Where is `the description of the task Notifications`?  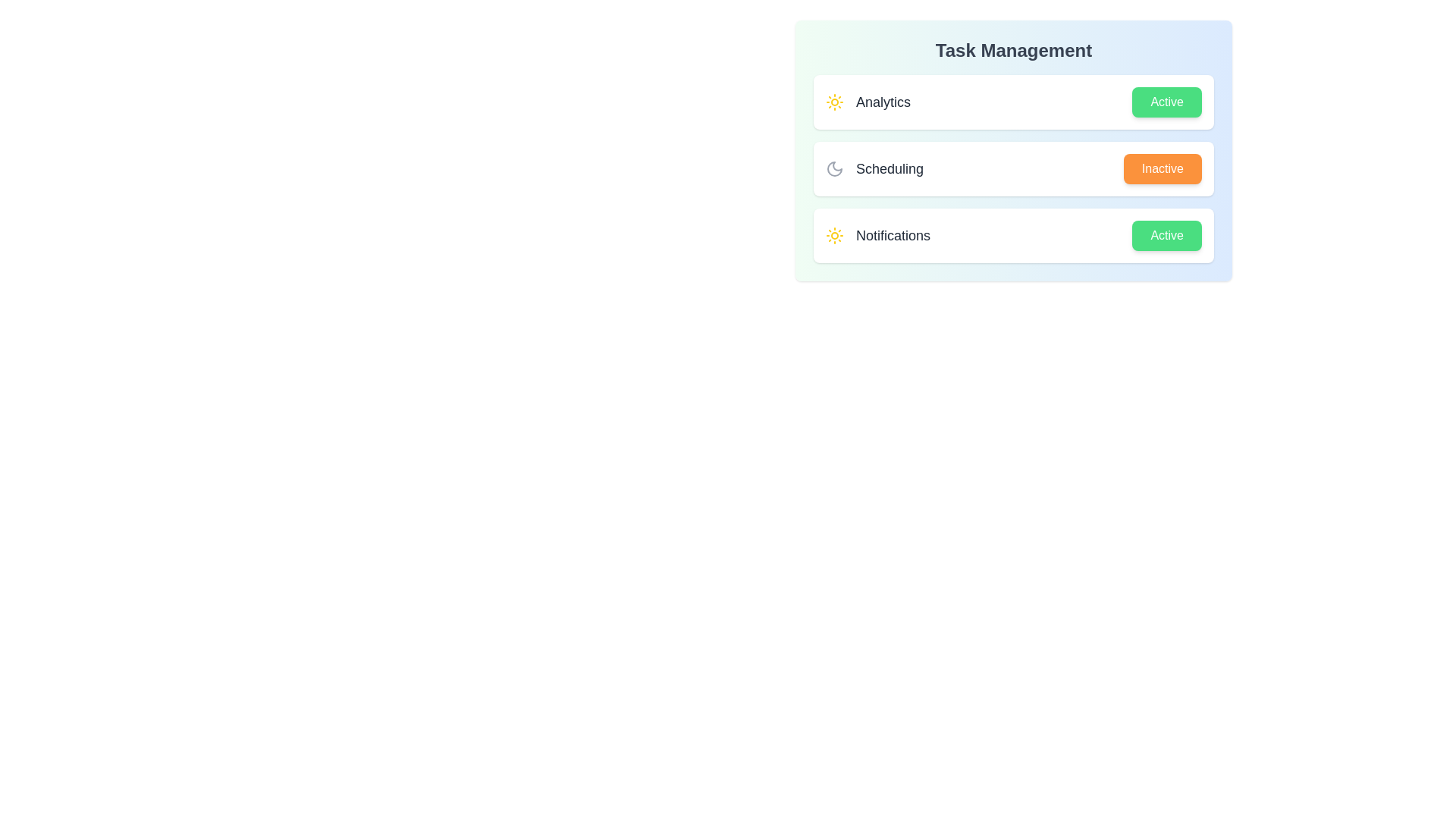
the description of the task Notifications is located at coordinates (877, 236).